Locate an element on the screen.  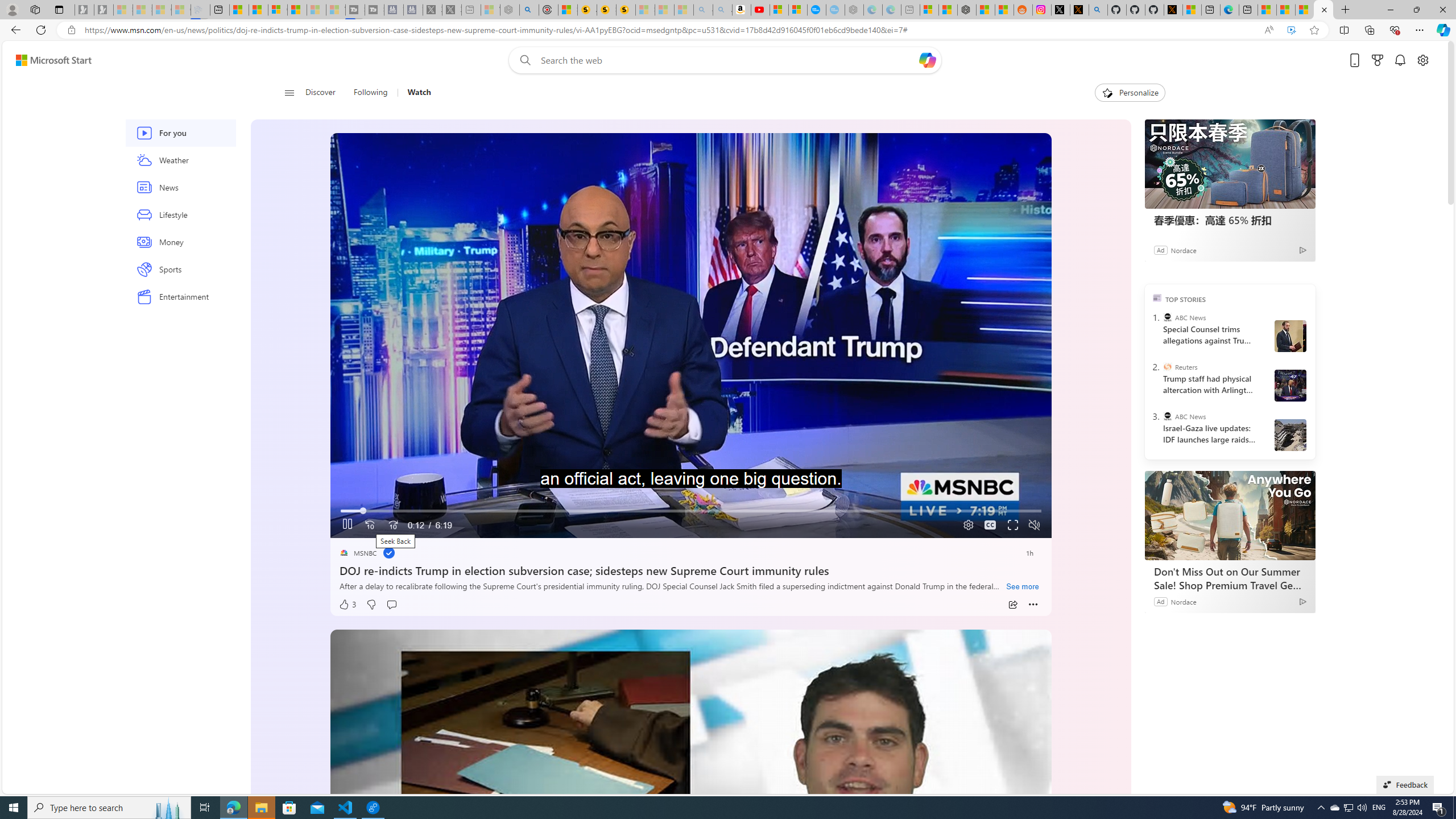
'More' is located at coordinates (1033, 604).